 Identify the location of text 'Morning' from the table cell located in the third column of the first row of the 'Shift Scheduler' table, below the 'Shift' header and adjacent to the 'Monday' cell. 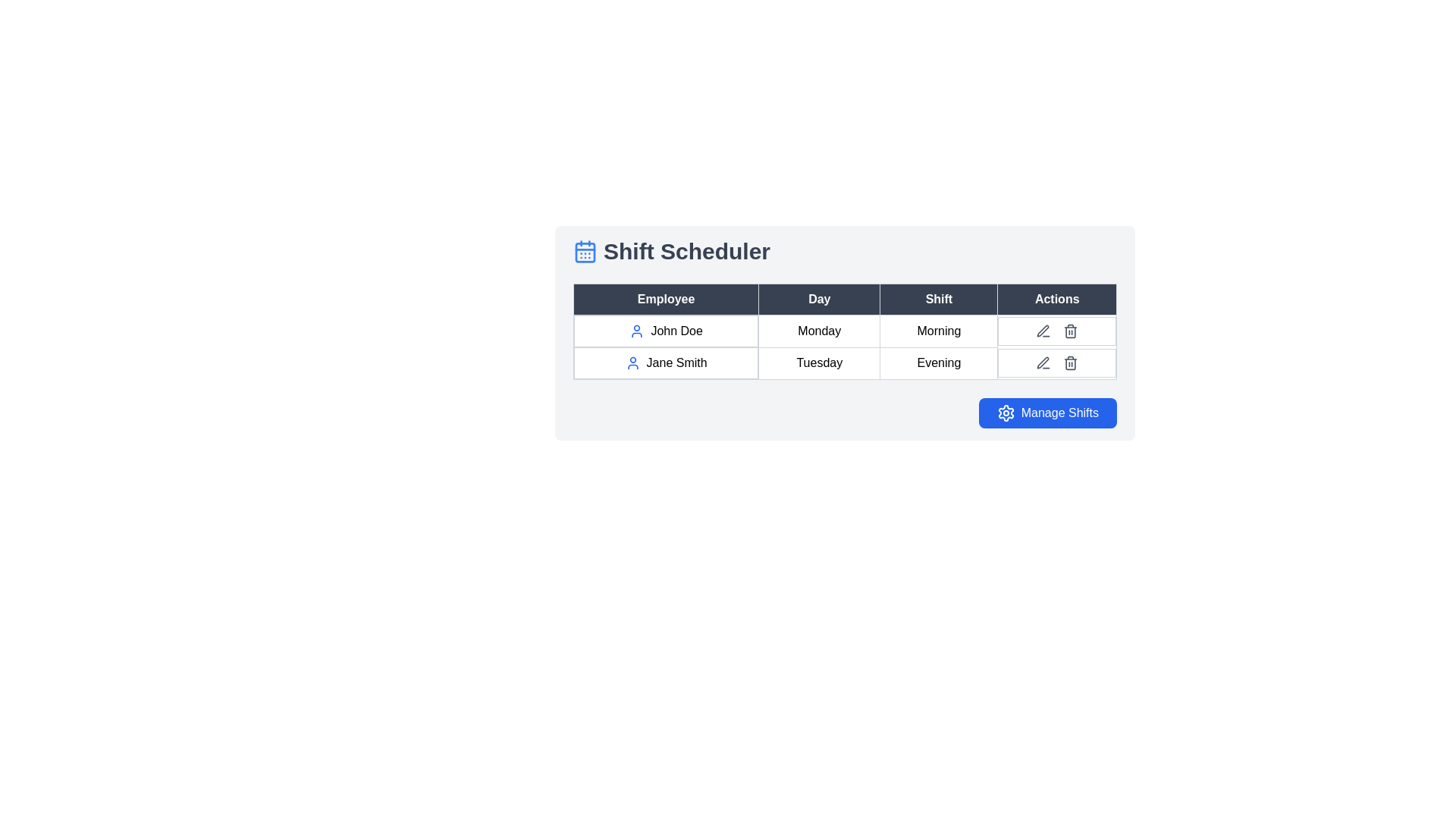
(938, 330).